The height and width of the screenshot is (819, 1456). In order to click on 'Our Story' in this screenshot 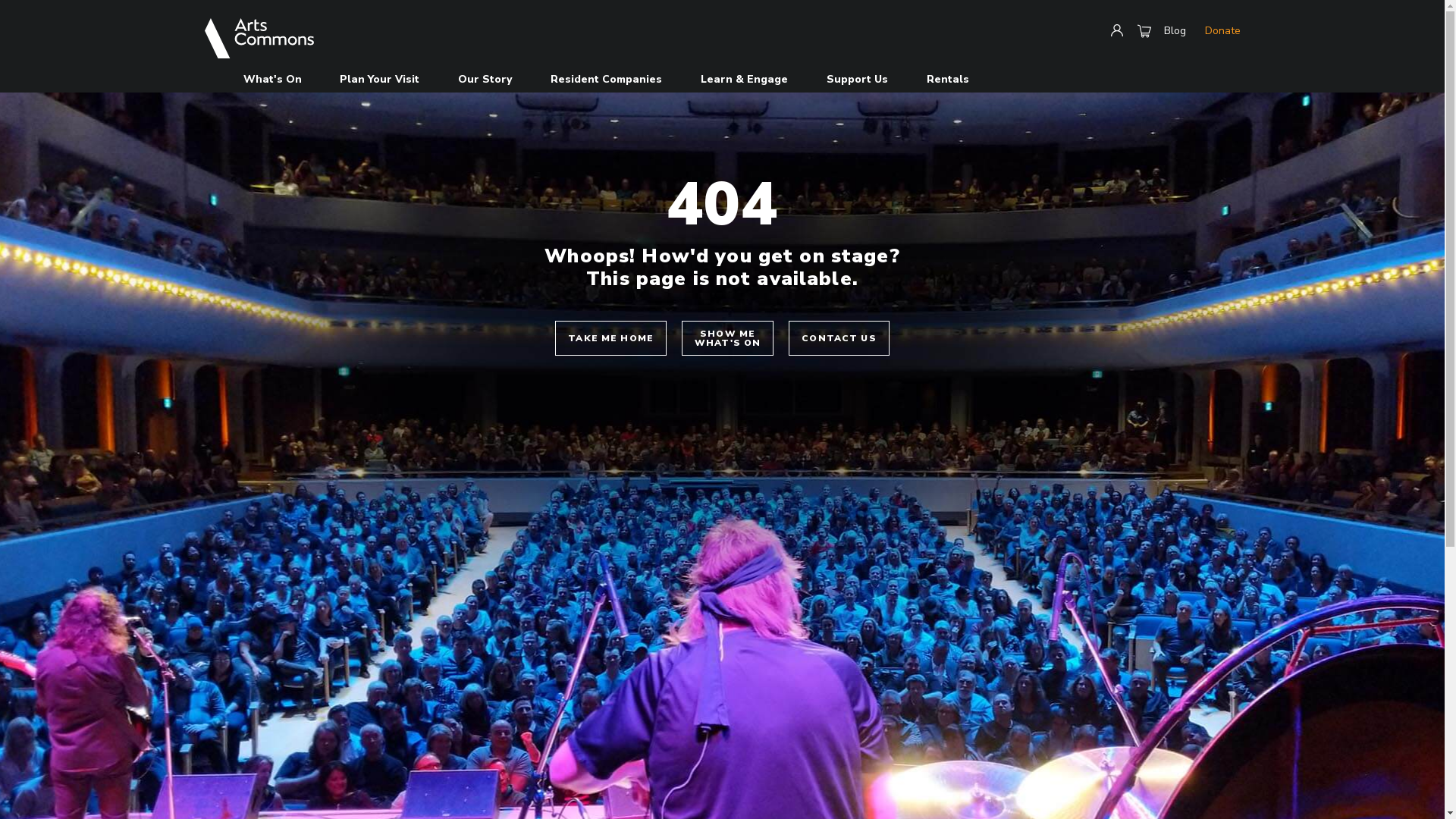, I will do `click(484, 79)`.